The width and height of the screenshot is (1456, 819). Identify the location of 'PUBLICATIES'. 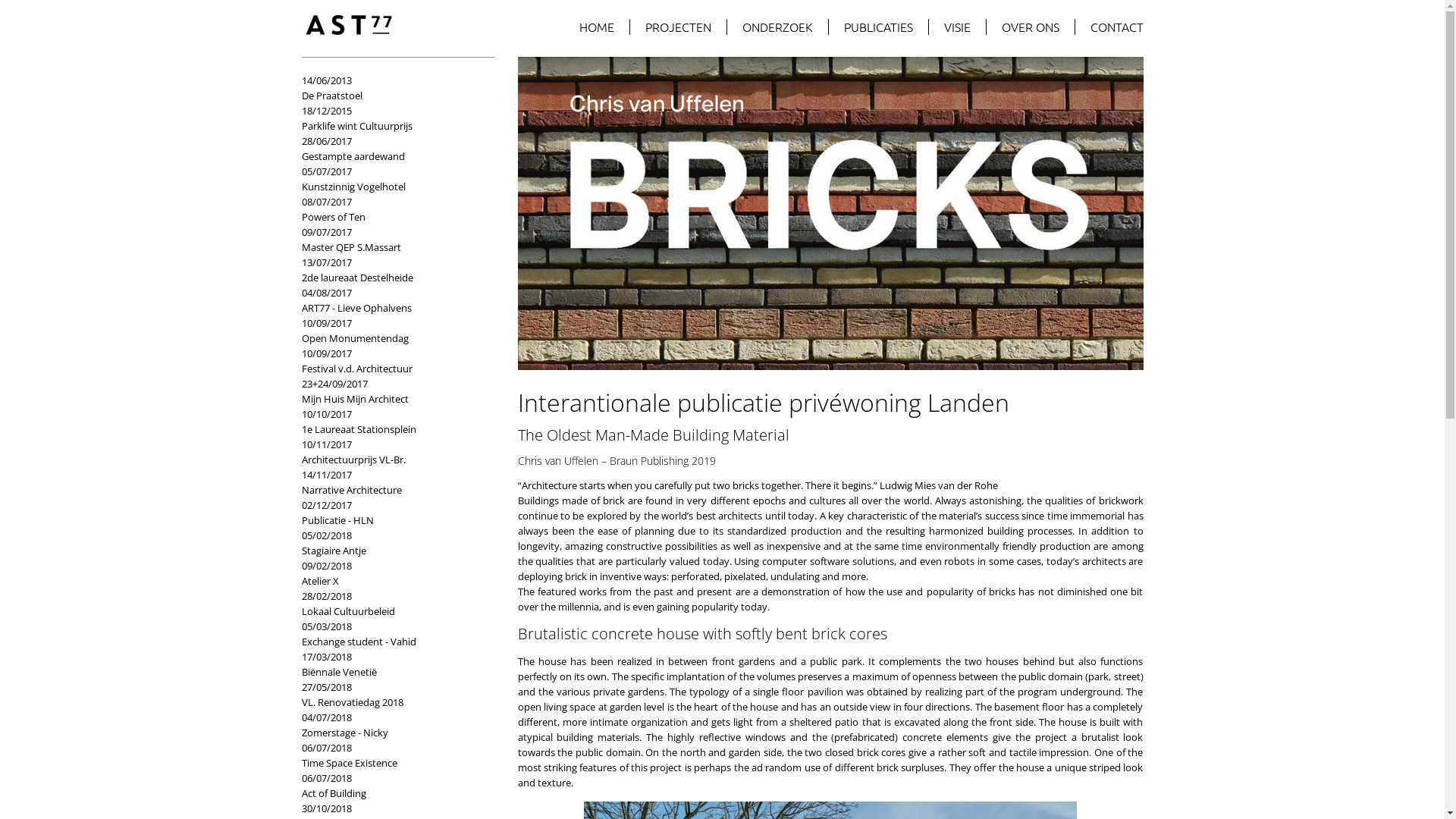
(827, 27).